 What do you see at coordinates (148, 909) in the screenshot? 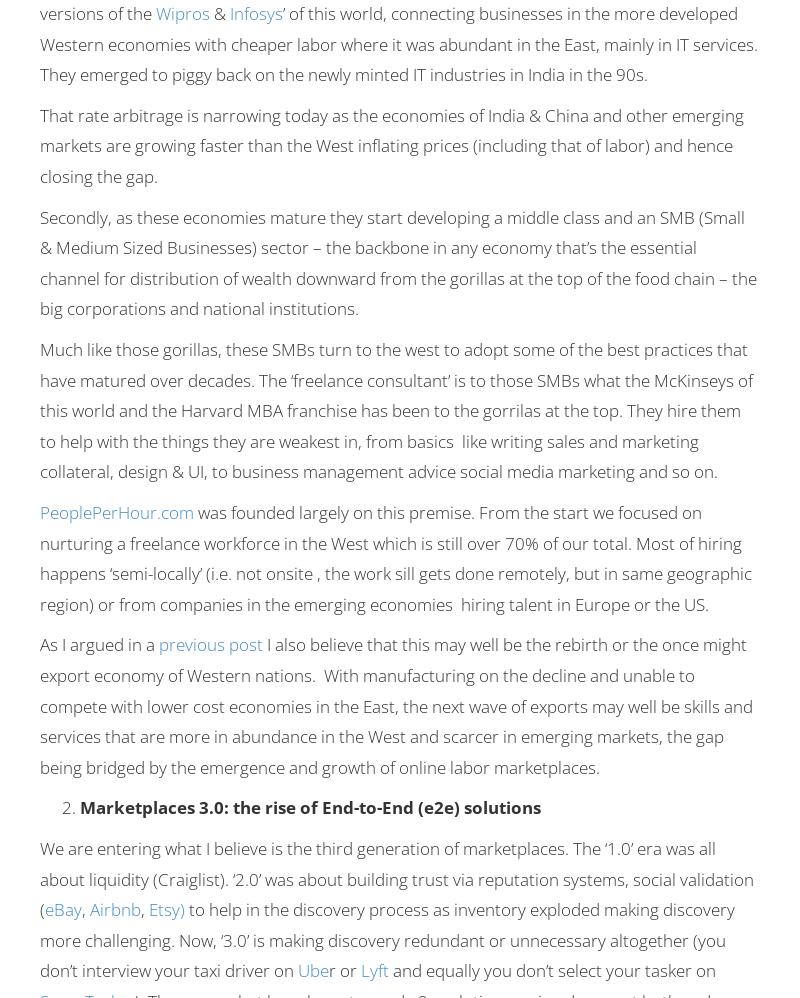
I see `'Etsy)'` at bounding box center [148, 909].